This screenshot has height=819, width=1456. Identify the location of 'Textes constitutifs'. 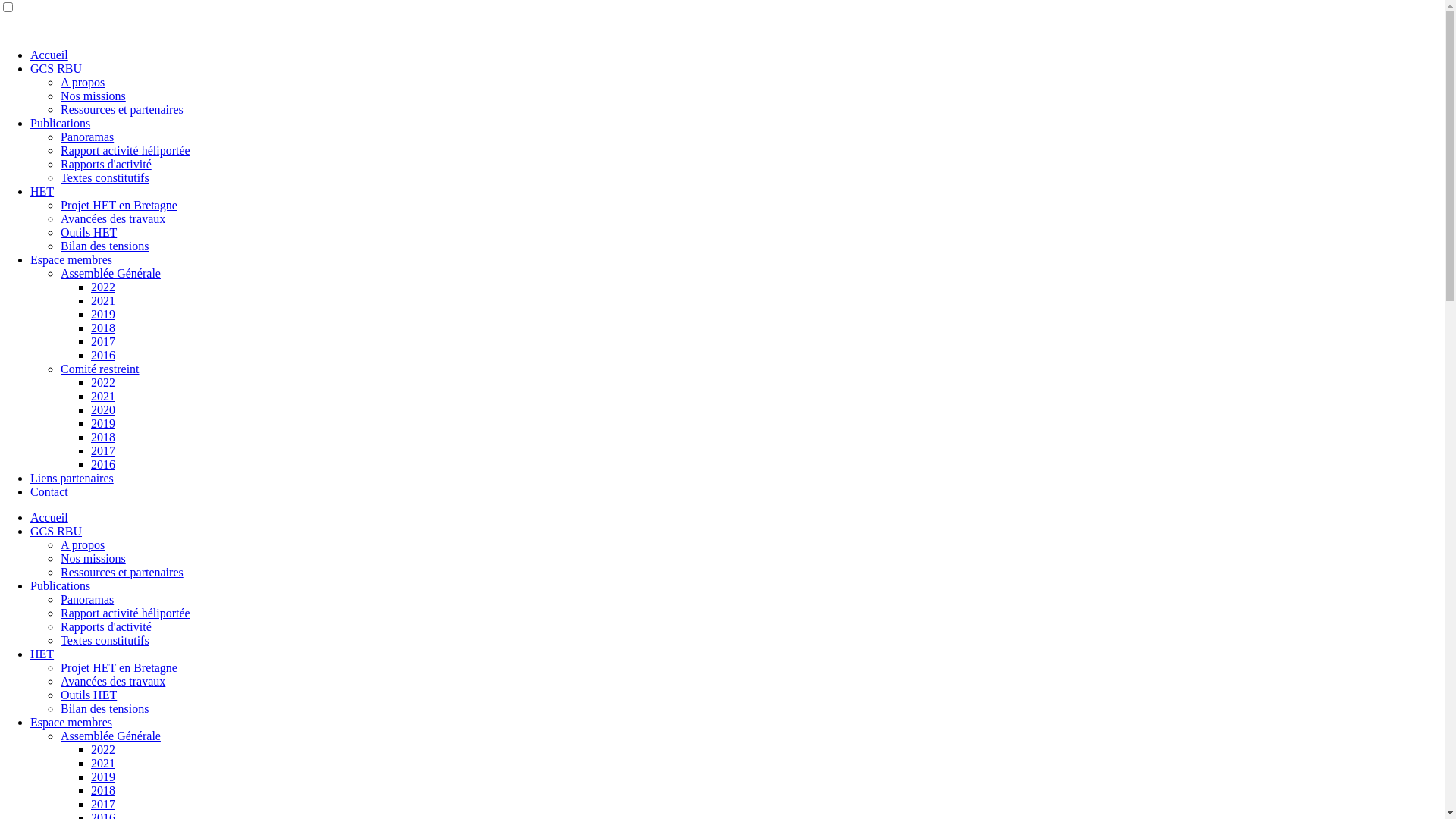
(104, 640).